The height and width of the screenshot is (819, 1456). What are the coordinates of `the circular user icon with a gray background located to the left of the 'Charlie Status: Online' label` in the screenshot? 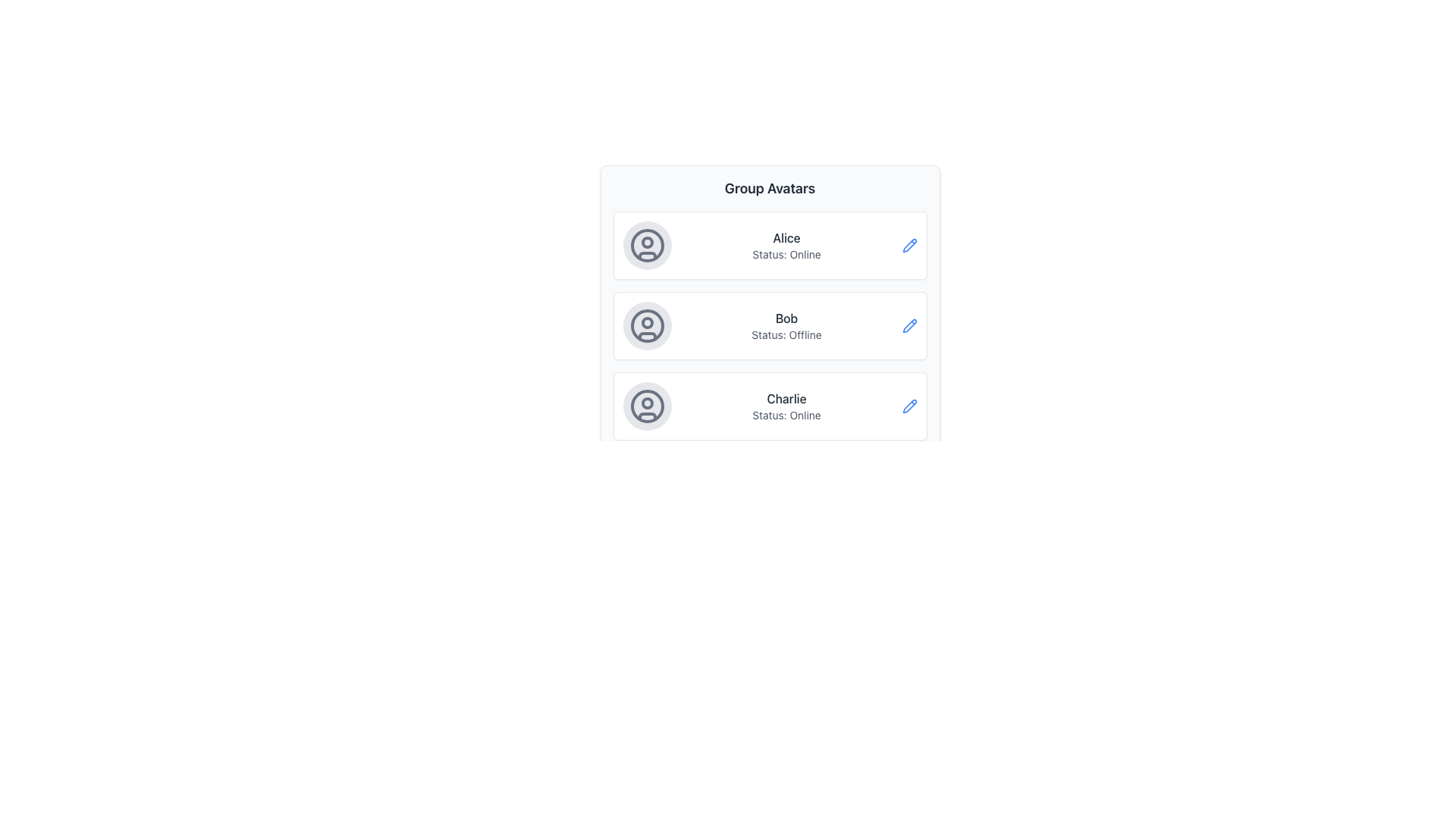 It's located at (647, 406).